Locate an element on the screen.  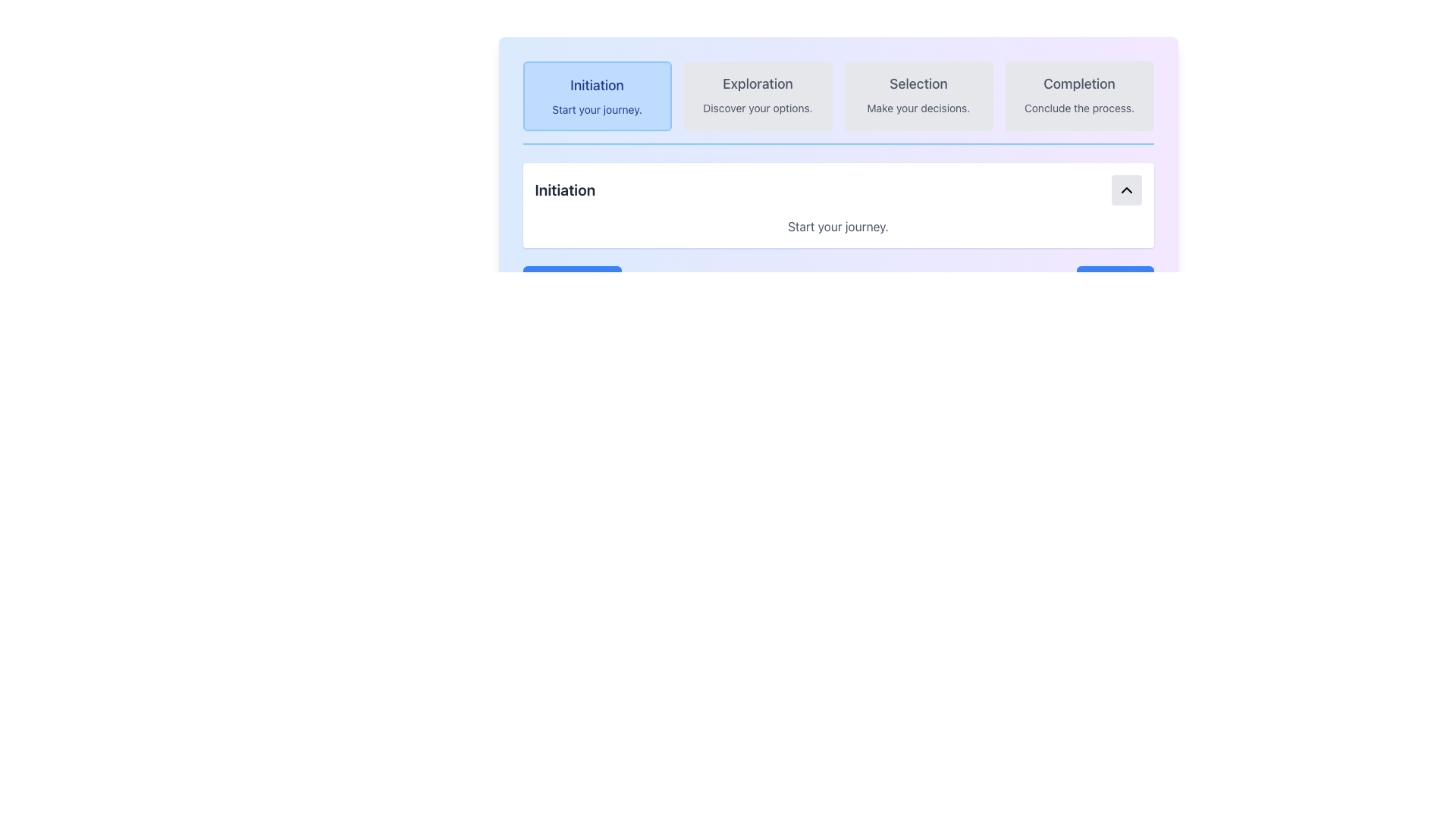
the clickable card representing 'Selection' located in the top section of the interface, between 'Exploration' and 'Completion' is located at coordinates (918, 96).